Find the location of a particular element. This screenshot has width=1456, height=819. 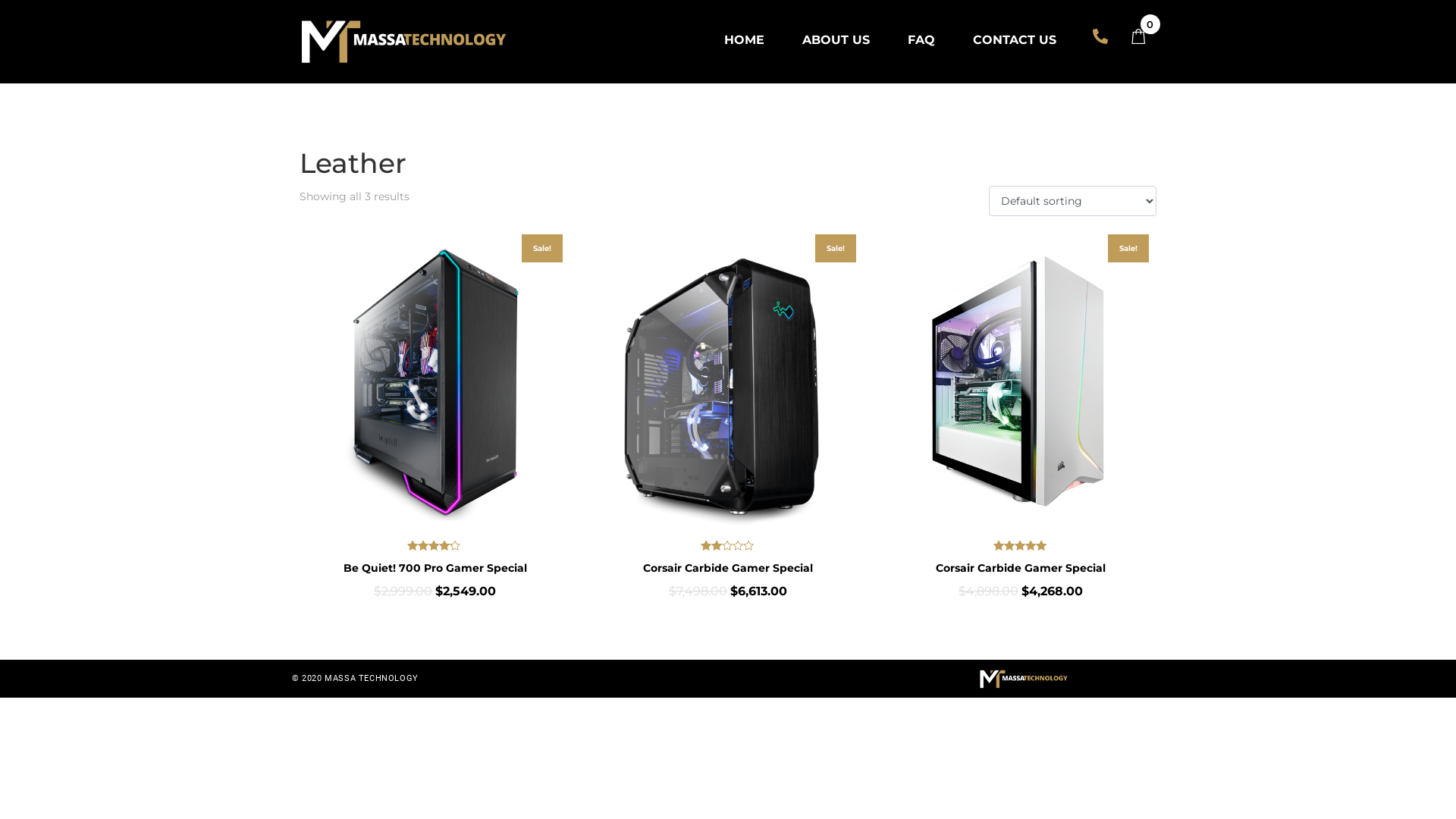

'ABOUT US' is located at coordinates (835, 39).